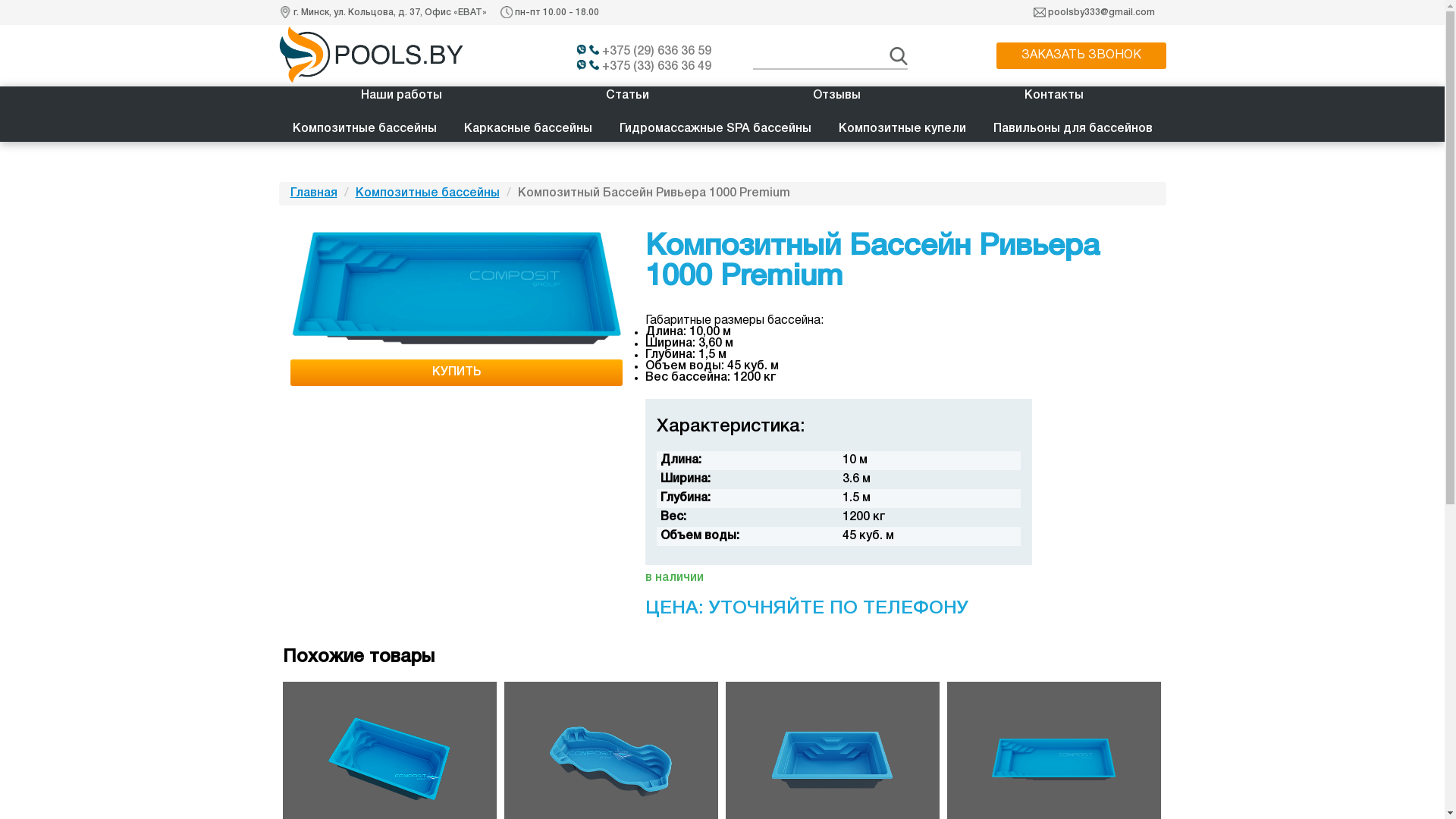 This screenshot has width=1456, height=819. I want to click on '+375 (29) 636 36 59', so click(649, 51).